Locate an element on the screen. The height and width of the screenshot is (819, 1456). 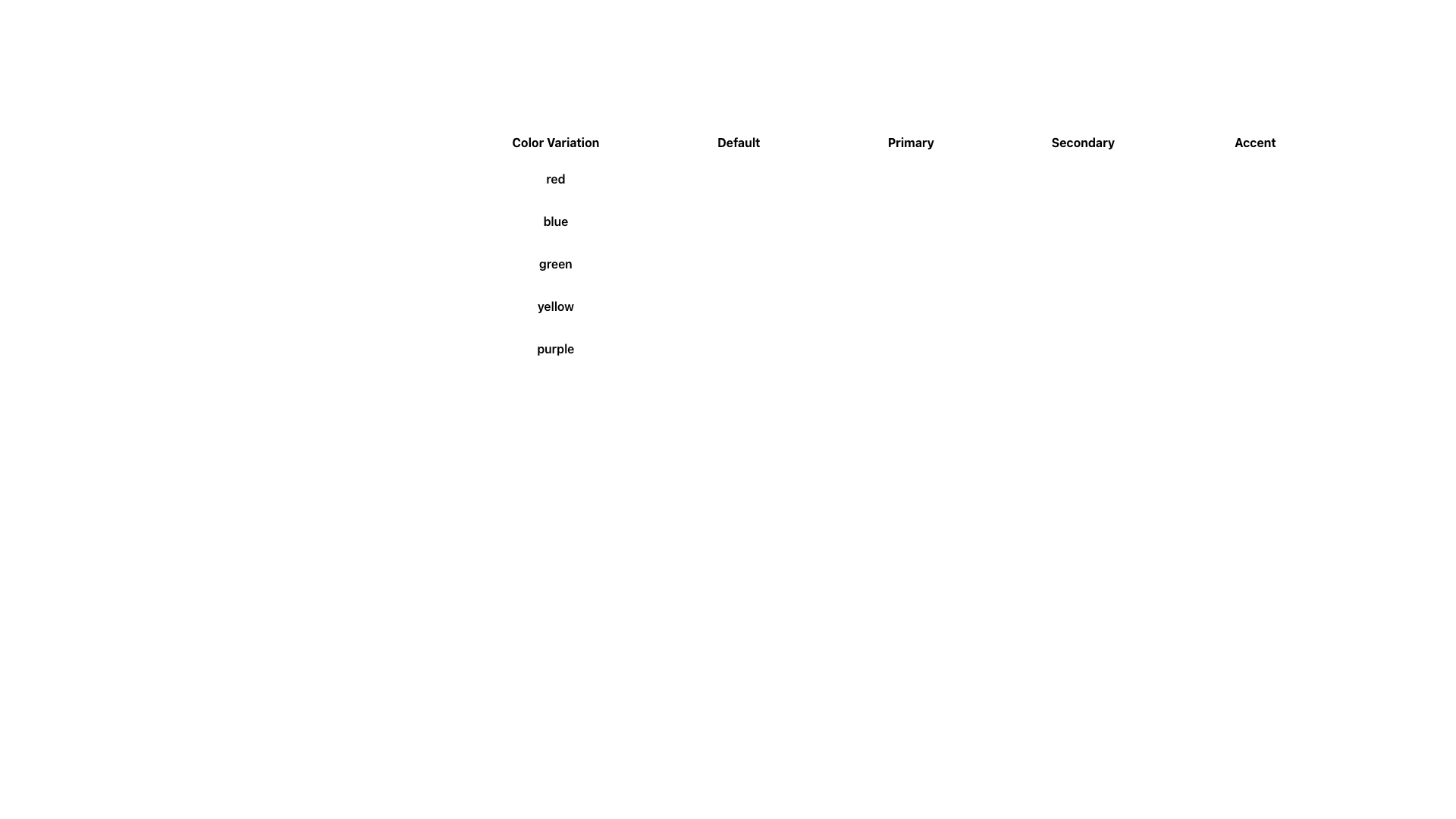
the interactive button located on the fourth row under the 'Secondary' column, which is styled with a yellow color concept is located at coordinates (1082, 306).